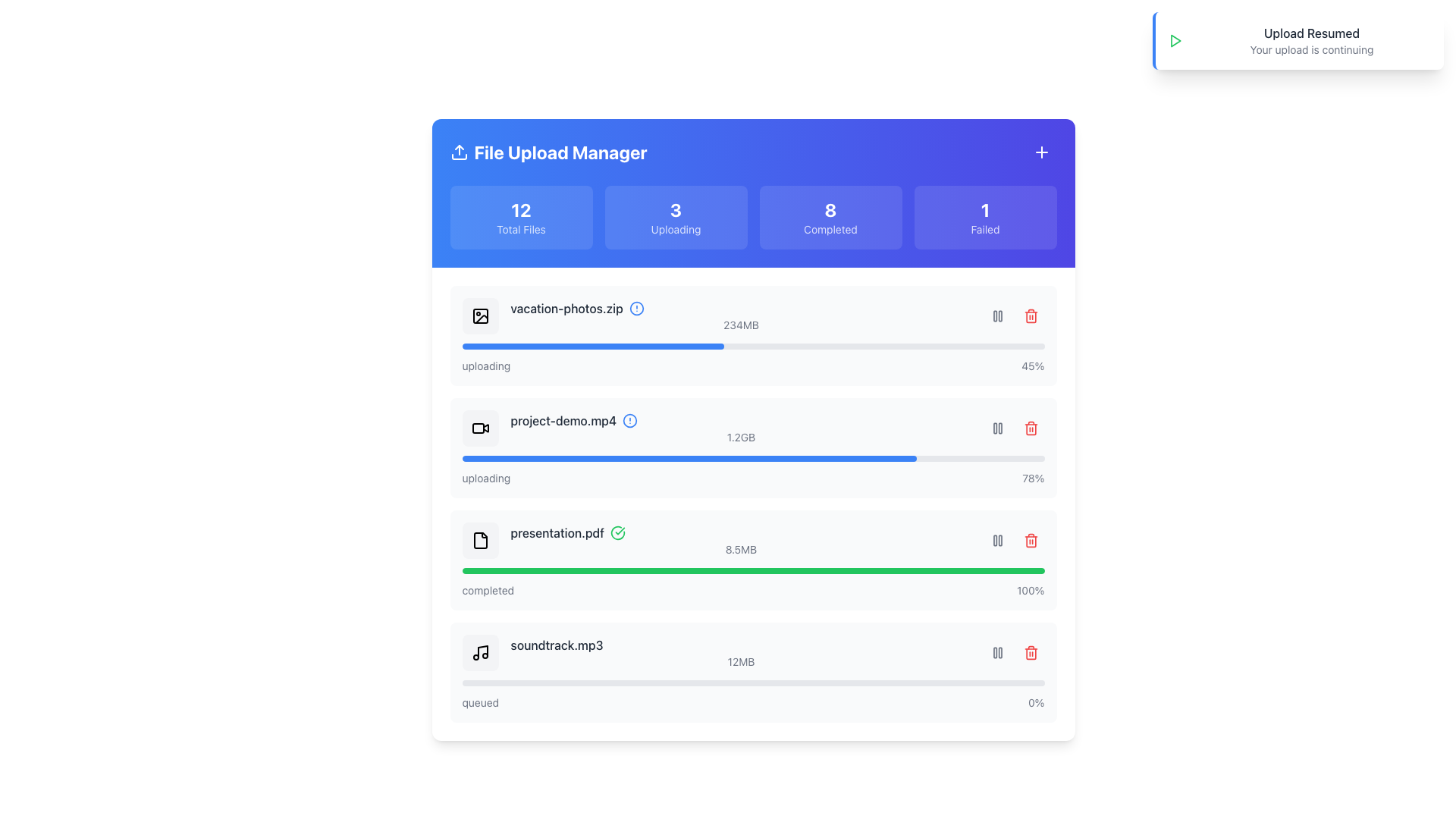 This screenshot has height=819, width=1456. Describe the element at coordinates (479, 428) in the screenshot. I see `the video file type indicator icon located in the second row of the file upload list, to the left of 'project-demo.mp4'` at that location.